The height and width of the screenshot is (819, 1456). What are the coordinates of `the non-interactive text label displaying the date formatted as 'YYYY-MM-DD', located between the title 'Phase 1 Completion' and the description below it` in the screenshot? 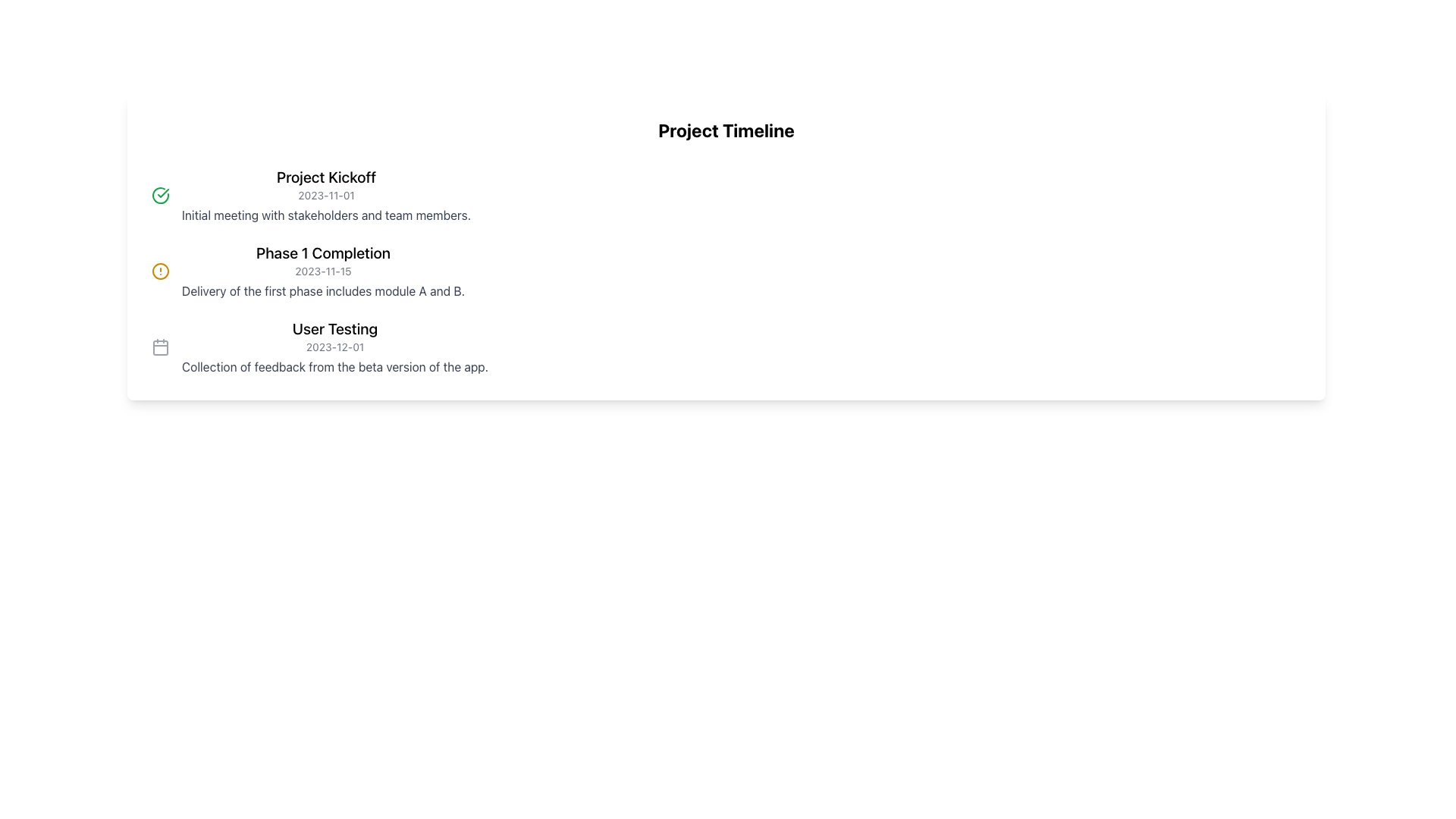 It's located at (322, 271).